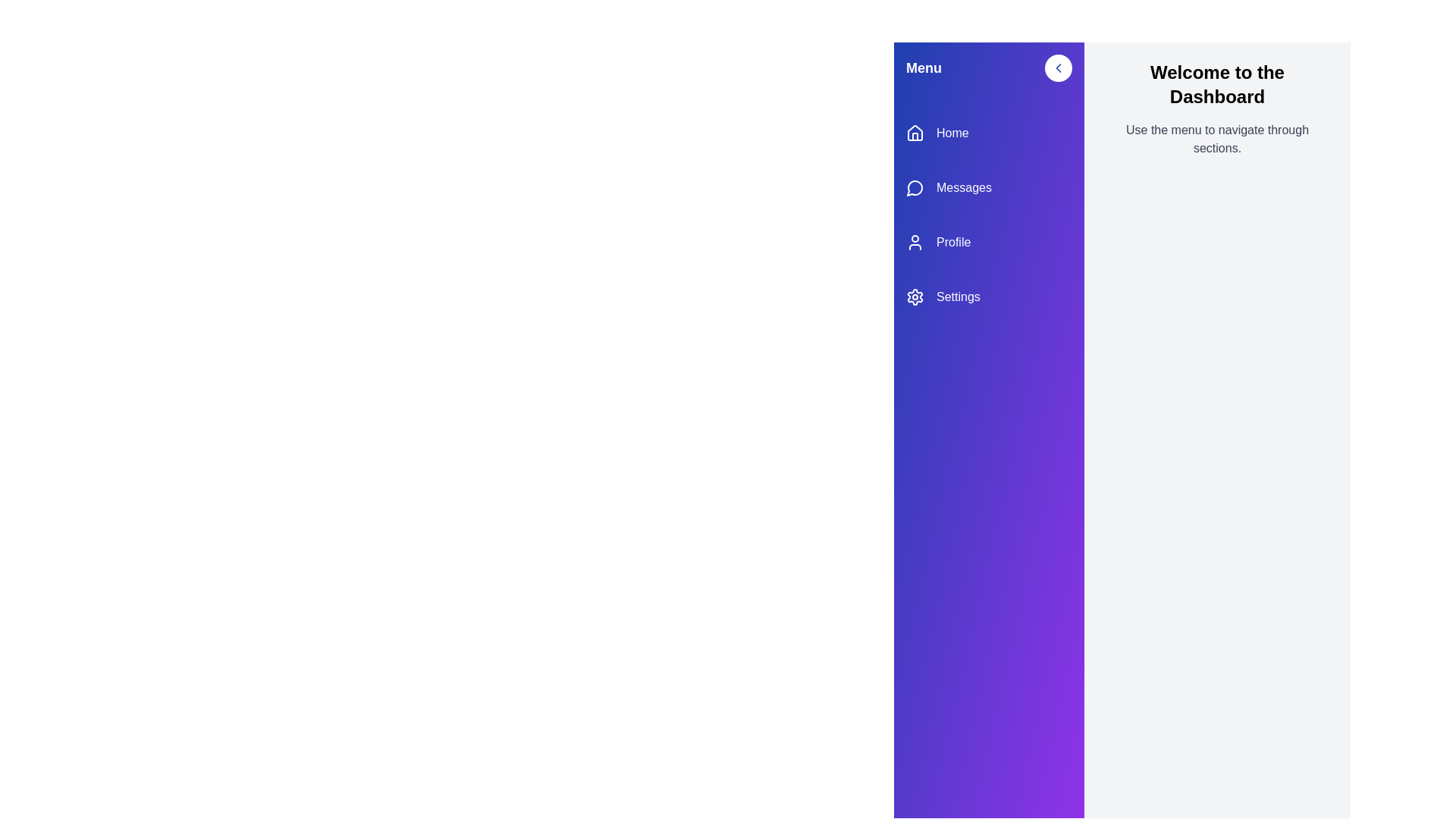  What do you see at coordinates (914, 133) in the screenshot?
I see `the Home icon in the sidebar` at bounding box center [914, 133].